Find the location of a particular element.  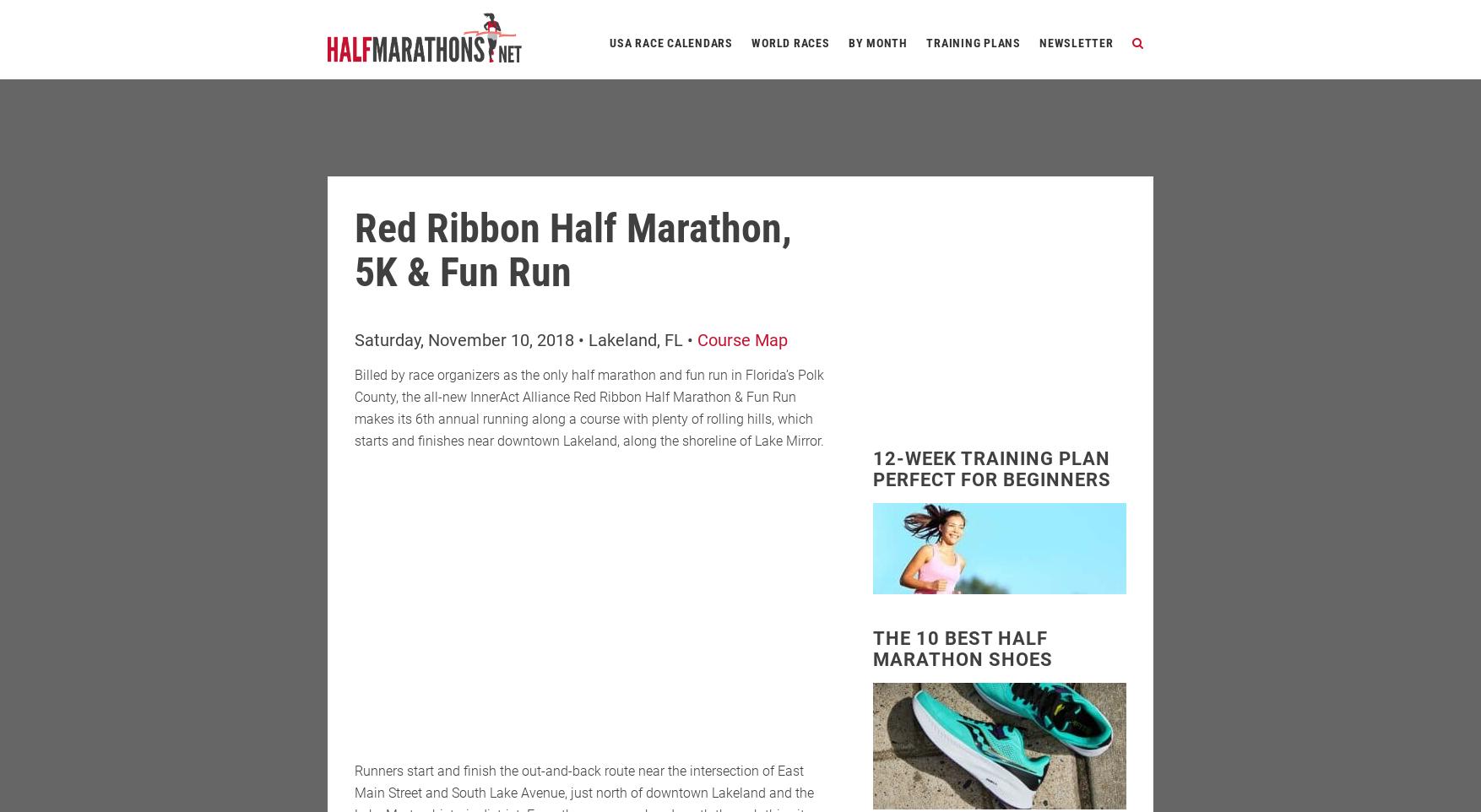

'Billed by race organizers as the only half marathon and fun run in Florida’s Polk County, the all-new InnerAct Alliance Red Ribbon Half Marathon & Fun Run makes its 6th annual running along a course with plenty of rolling hills, which starts and finishes near downtown Lakeland, along the shoreline of Lake Mirror.' is located at coordinates (588, 407).